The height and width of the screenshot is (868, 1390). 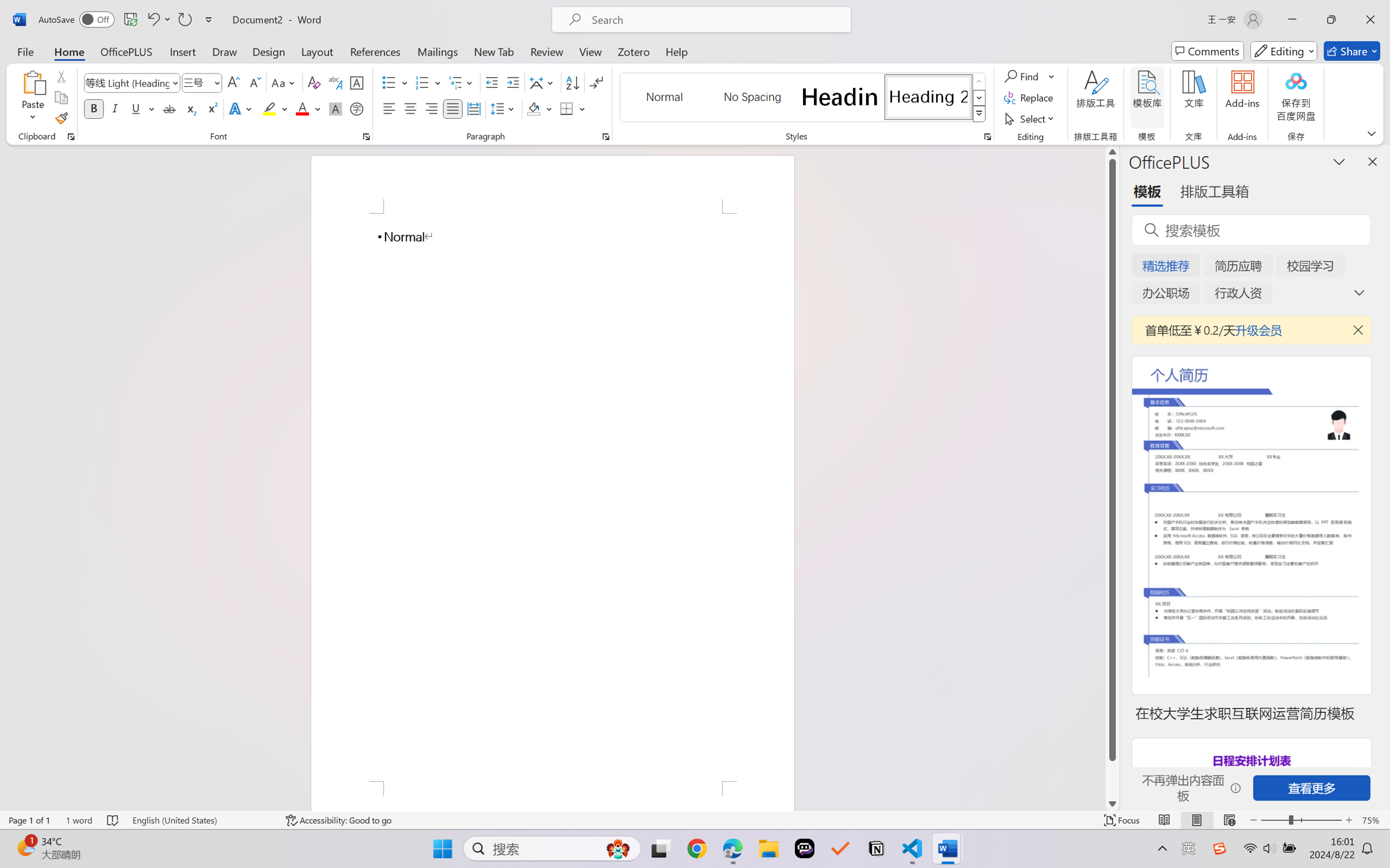 I want to click on 'Task Pane Options', so click(x=1339, y=161).